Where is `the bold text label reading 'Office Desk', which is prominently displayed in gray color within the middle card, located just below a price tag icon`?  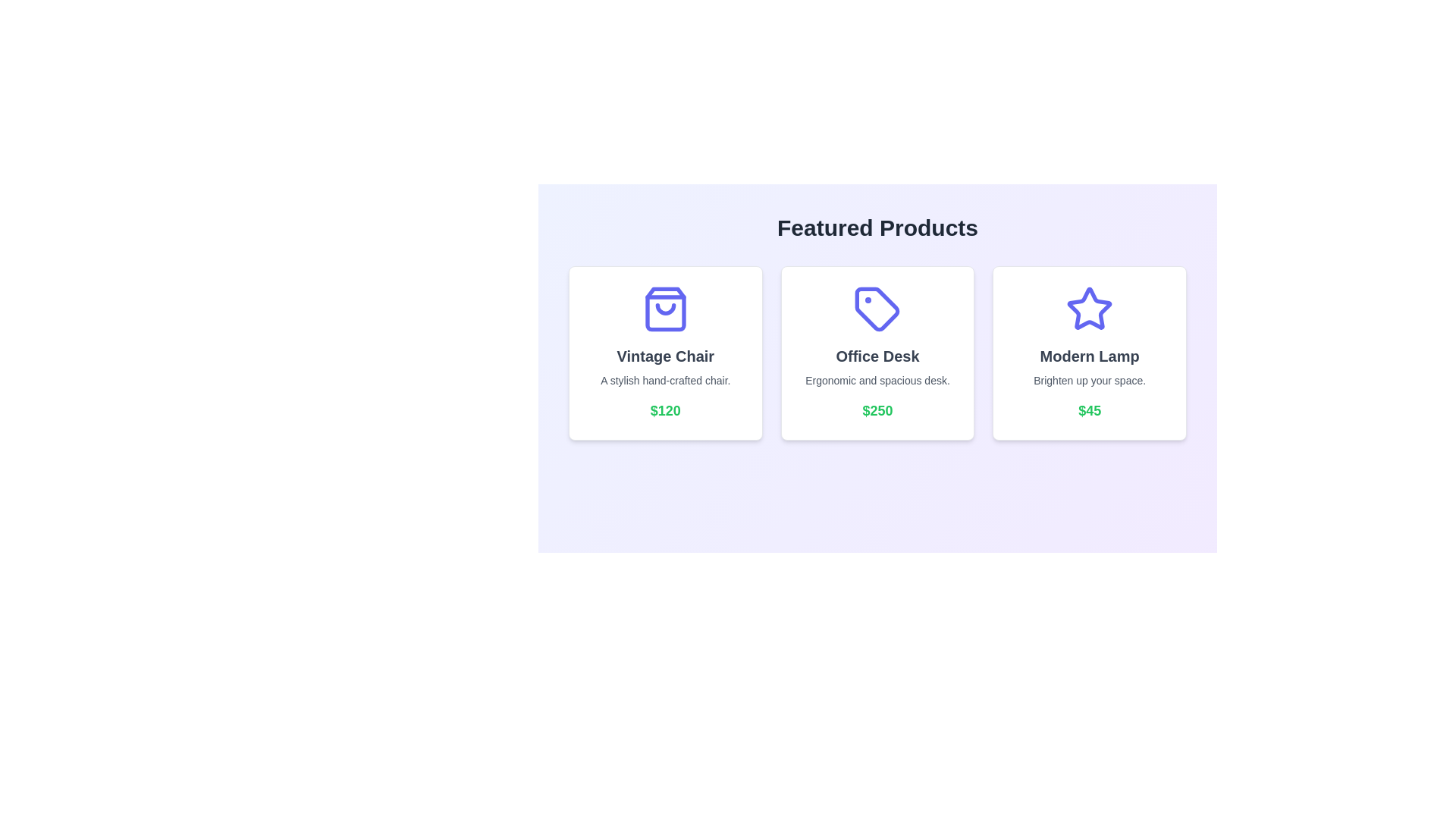 the bold text label reading 'Office Desk', which is prominently displayed in gray color within the middle card, located just below a price tag icon is located at coordinates (877, 356).